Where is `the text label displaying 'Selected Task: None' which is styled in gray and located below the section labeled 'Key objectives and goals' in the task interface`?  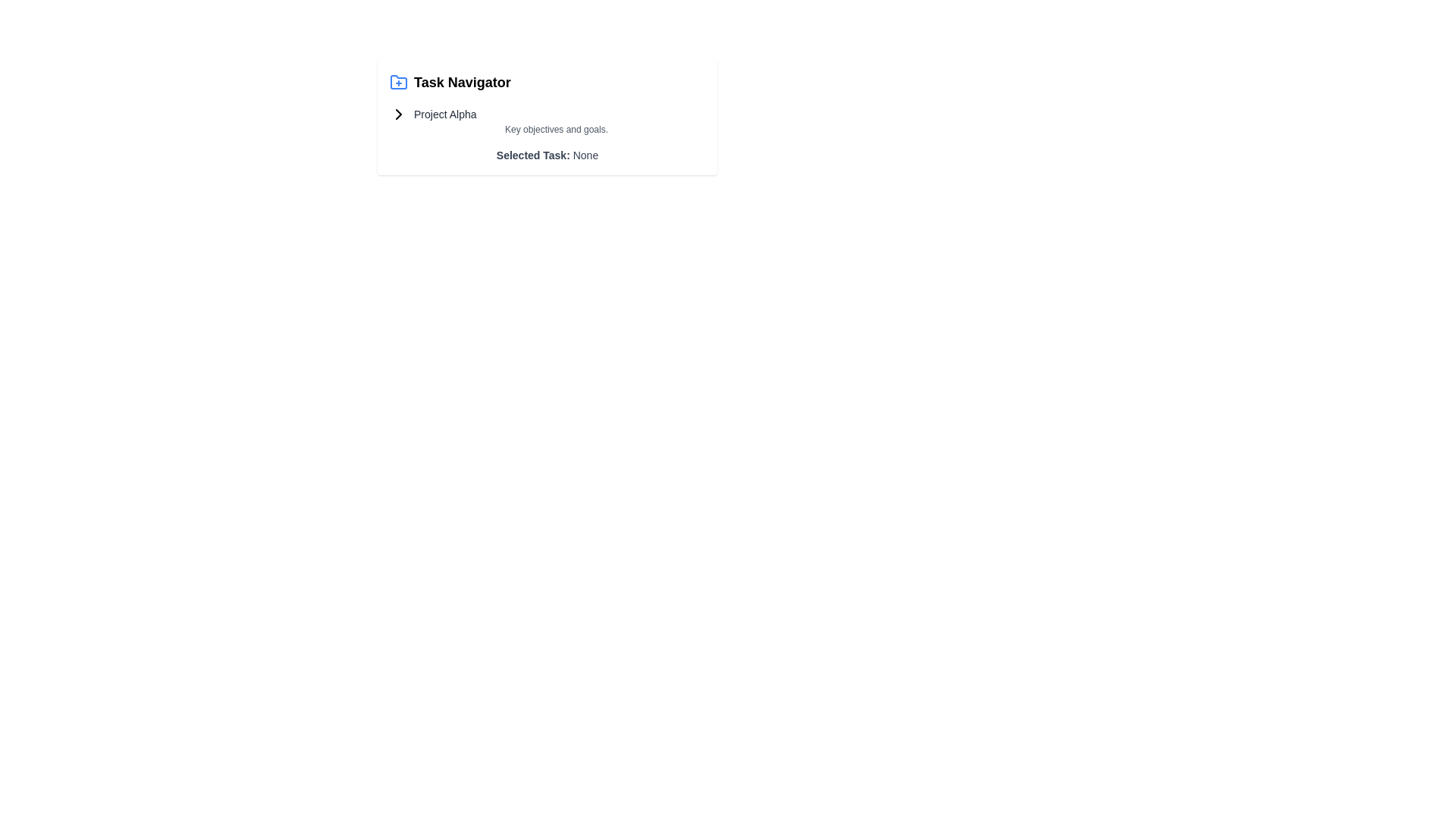 the text label displaying 'Selected Task: None' which is styled in gray and located below the section labeled 'Key objectives and goals' in the task interface is located at coordinates (546, 155).